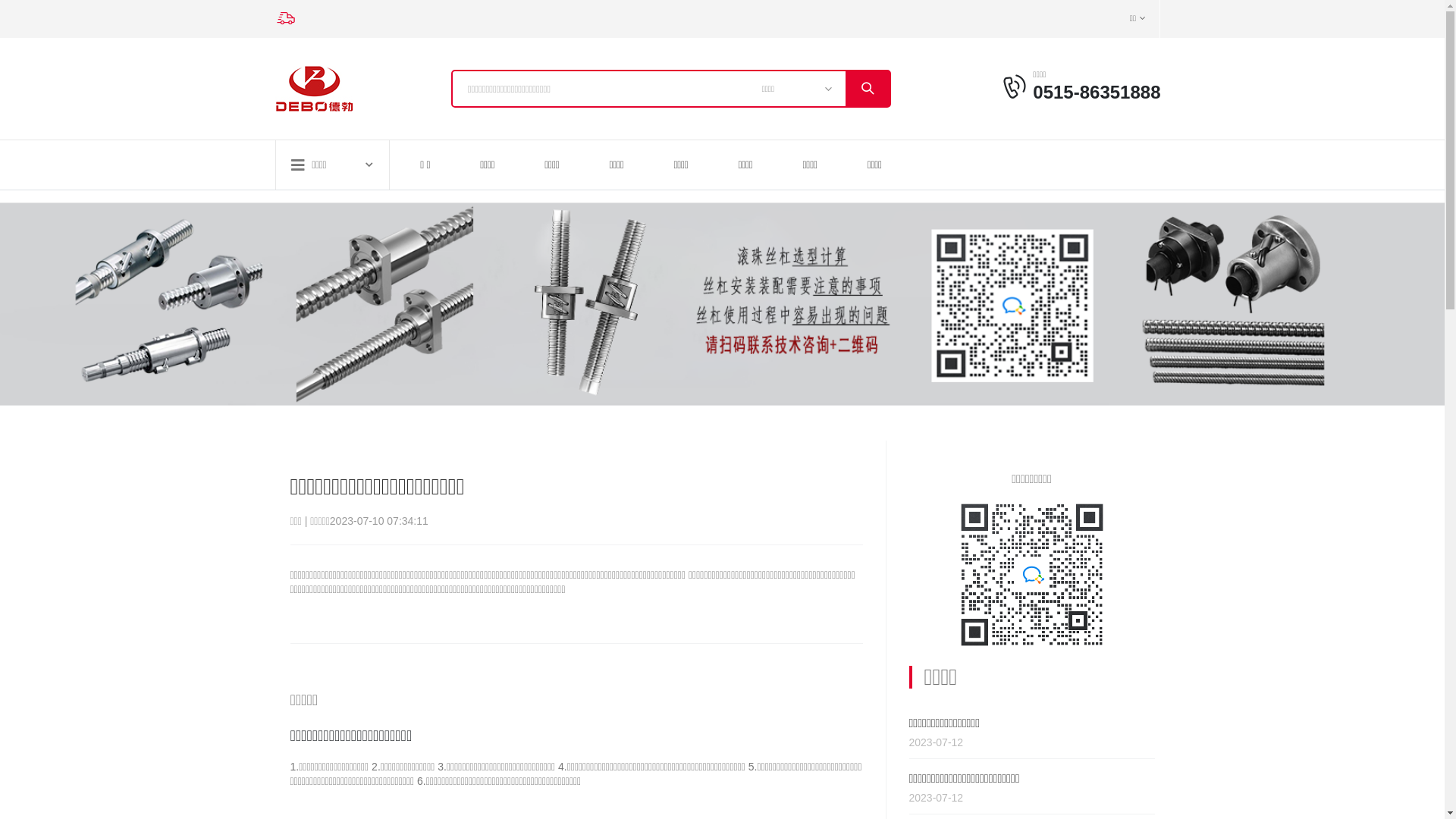  What do you see at coordinates (867, 88) in the screenshot?
I see `'search'` at bounding box center [867, 88].